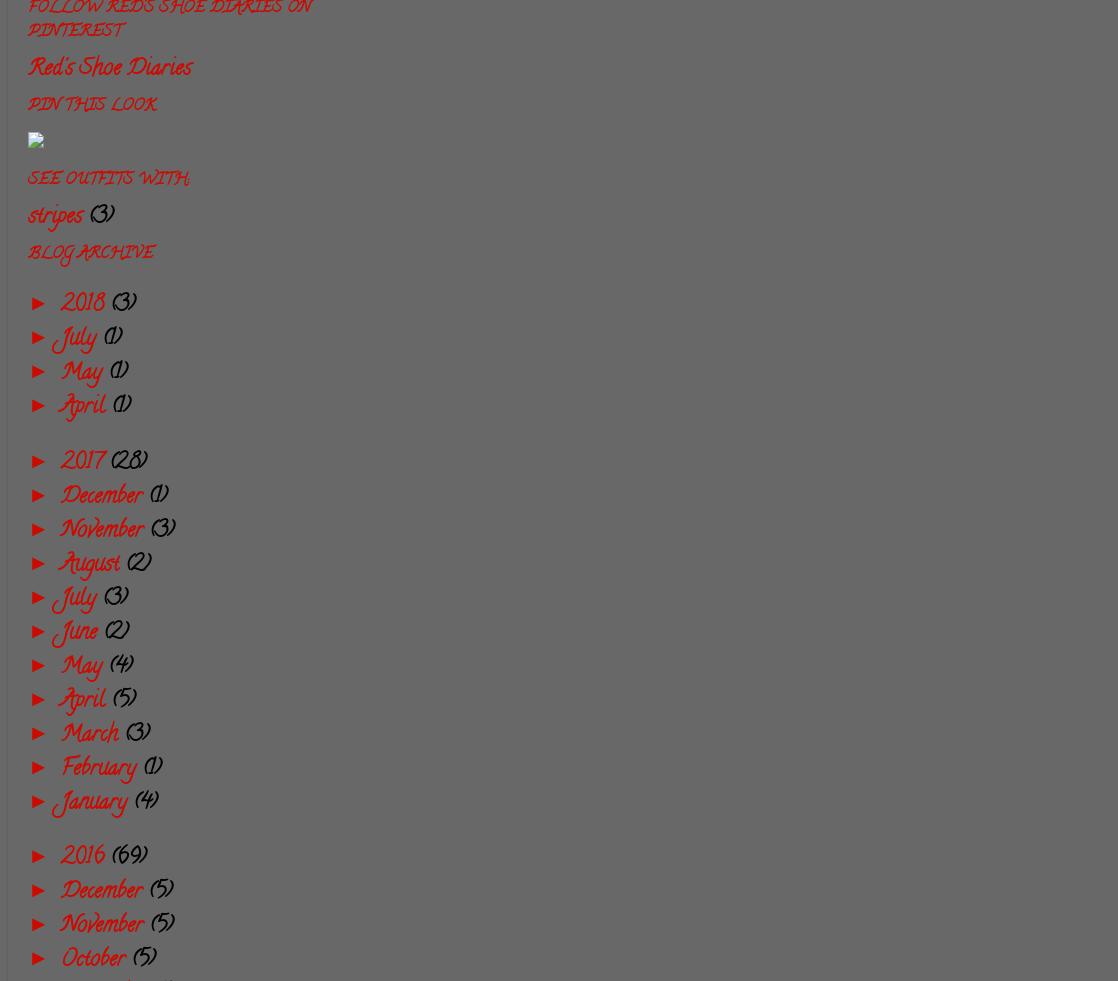  Describe the element at coordinates (27, 216) in the screenshot. I see `'stripes'` at that location.